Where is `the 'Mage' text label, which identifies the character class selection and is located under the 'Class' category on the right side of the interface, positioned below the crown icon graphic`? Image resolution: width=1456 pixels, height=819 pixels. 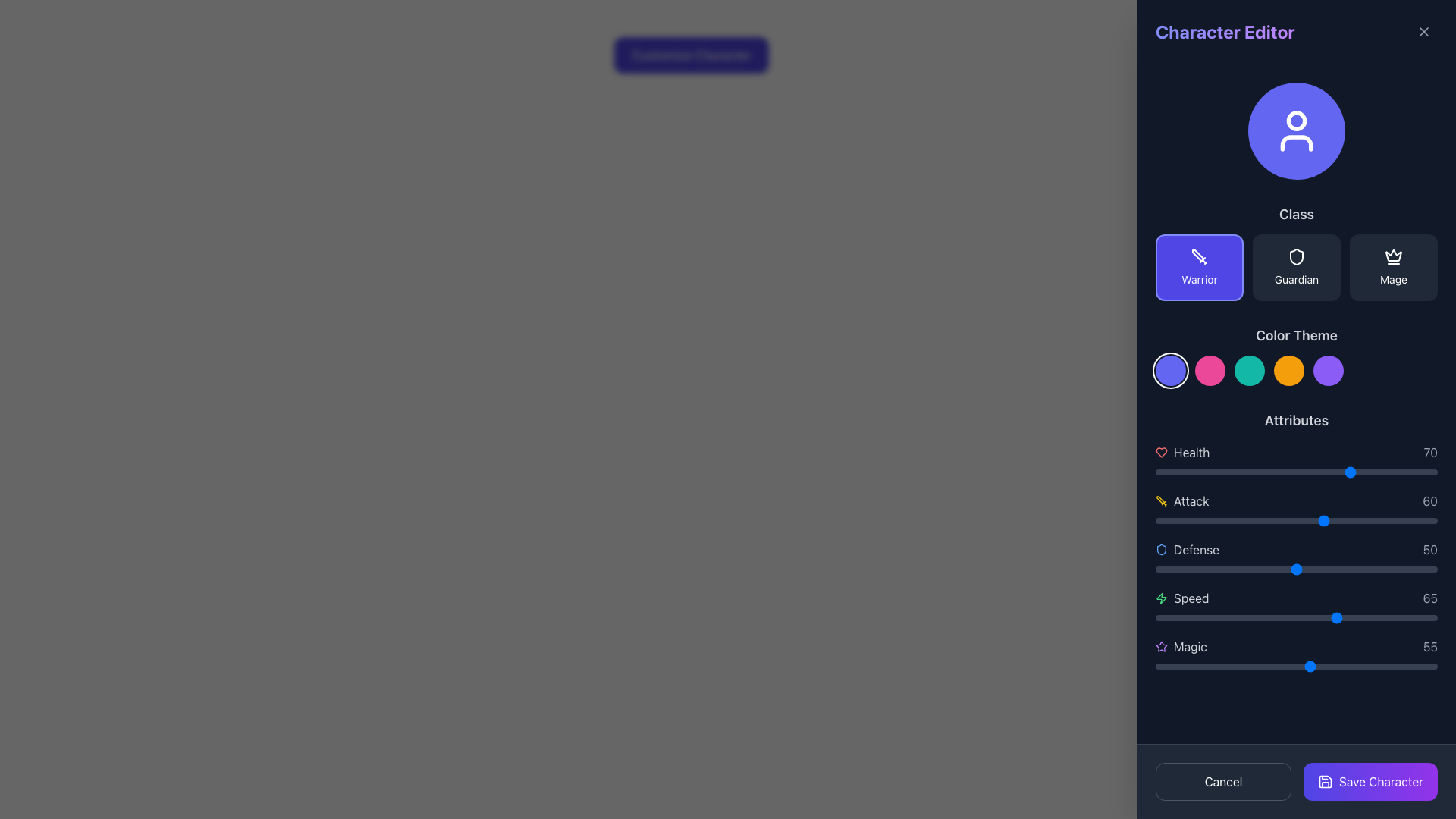 the 'Mage' text label, which identifies the character class selection and is located under the 'Class' category on the right side of the interface, positioned below the crown icon graphic is located at coordinates (1394, 280).